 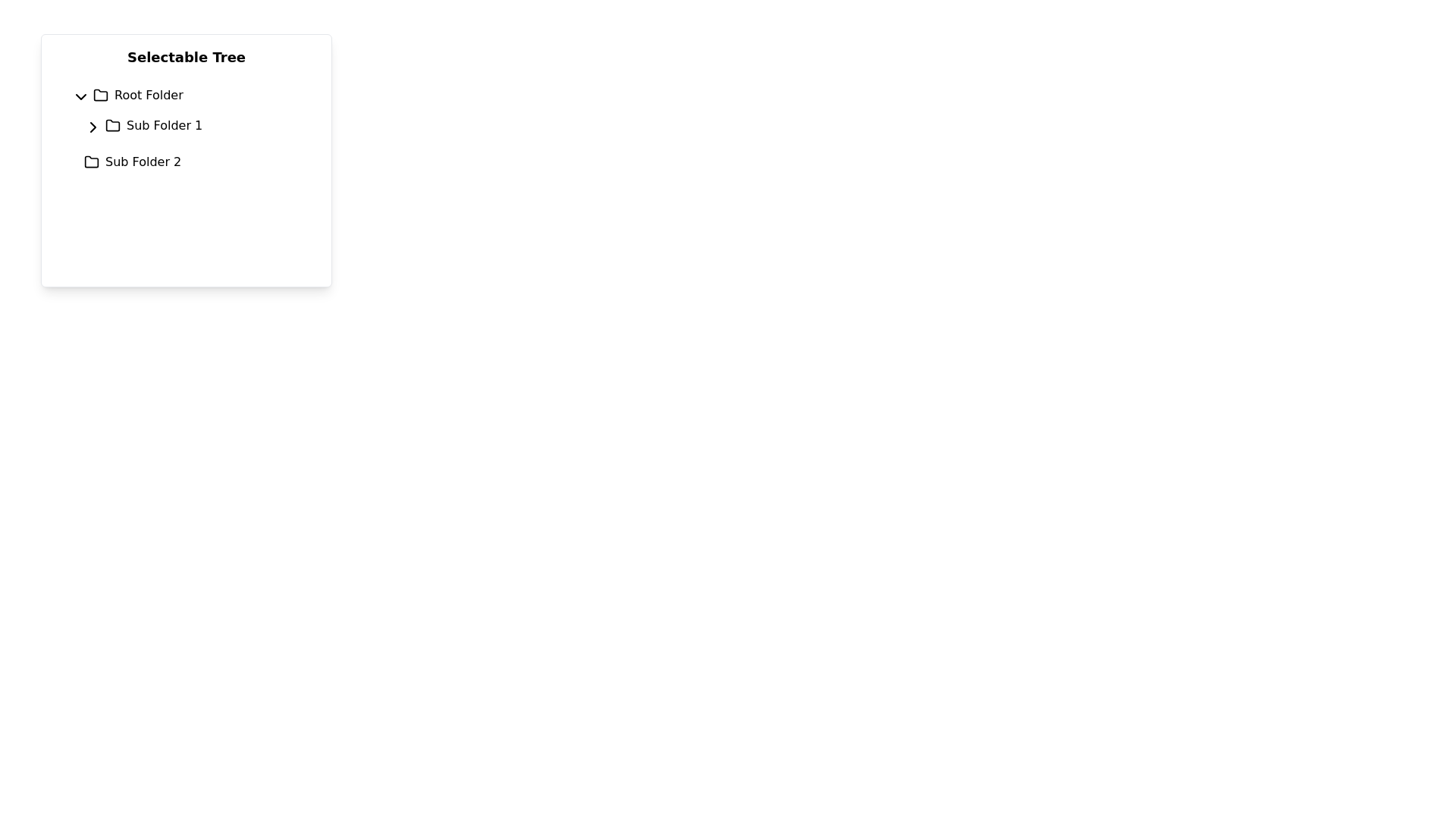 I want to click on the text label representing a folder in the hierarchical tree structure, so click(x=165, y=124).